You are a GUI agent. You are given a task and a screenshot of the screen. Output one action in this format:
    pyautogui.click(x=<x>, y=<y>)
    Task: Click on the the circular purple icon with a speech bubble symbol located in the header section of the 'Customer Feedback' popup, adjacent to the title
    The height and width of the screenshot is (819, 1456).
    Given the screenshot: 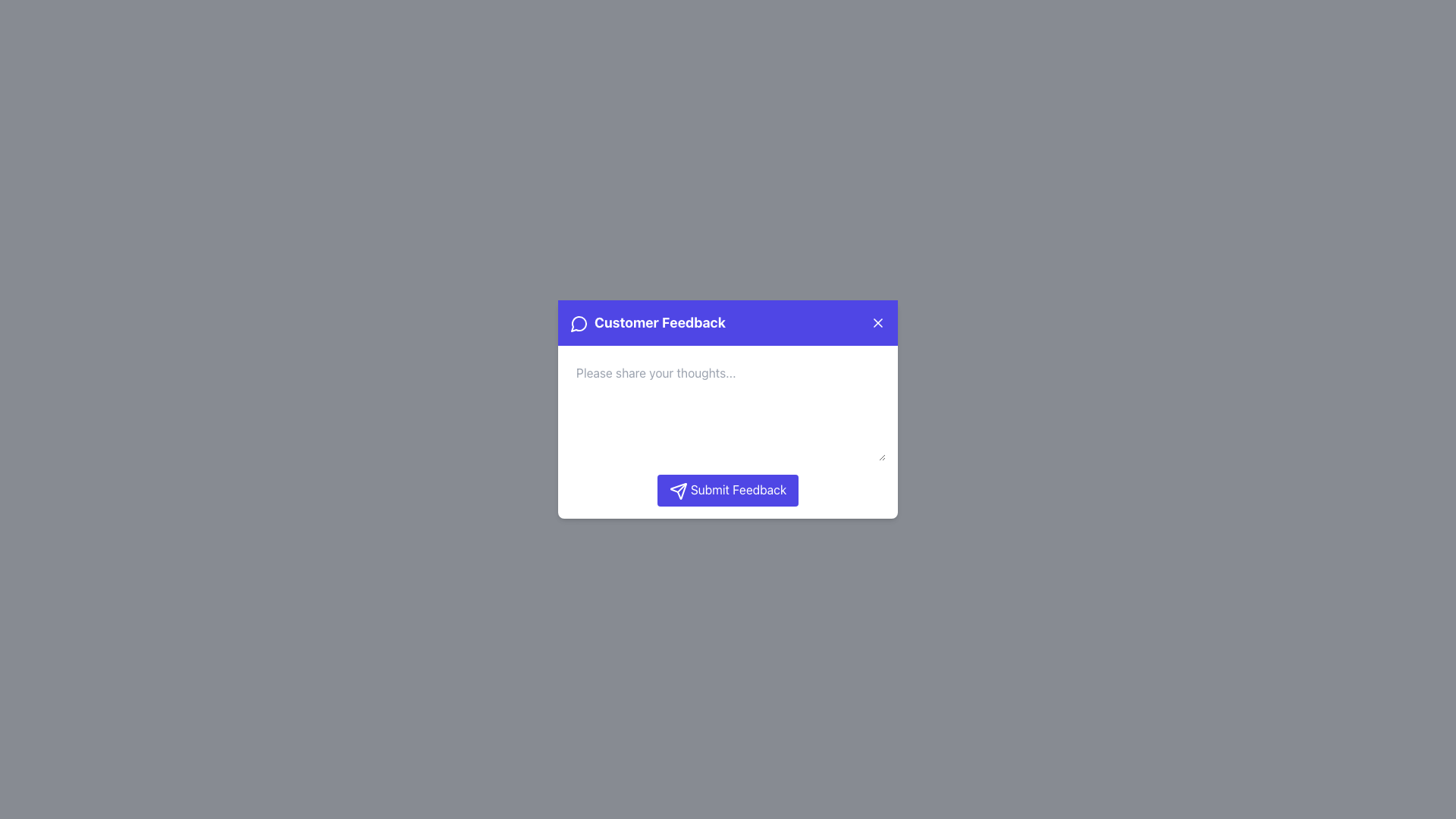 What is the action you would take?
    pyautogui.click(x=578, y=323)
    